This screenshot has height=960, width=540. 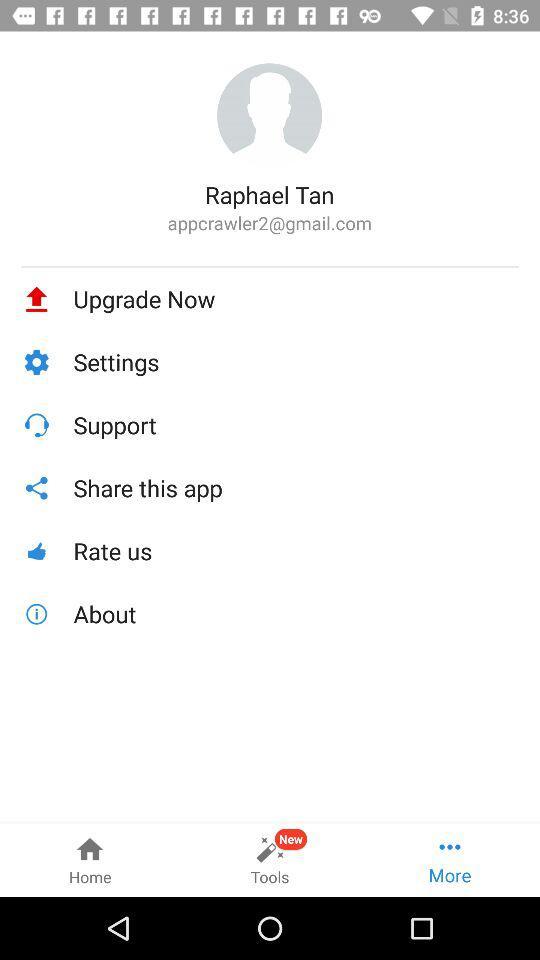 I want to click on the rate us, so click(x=295, y=551).